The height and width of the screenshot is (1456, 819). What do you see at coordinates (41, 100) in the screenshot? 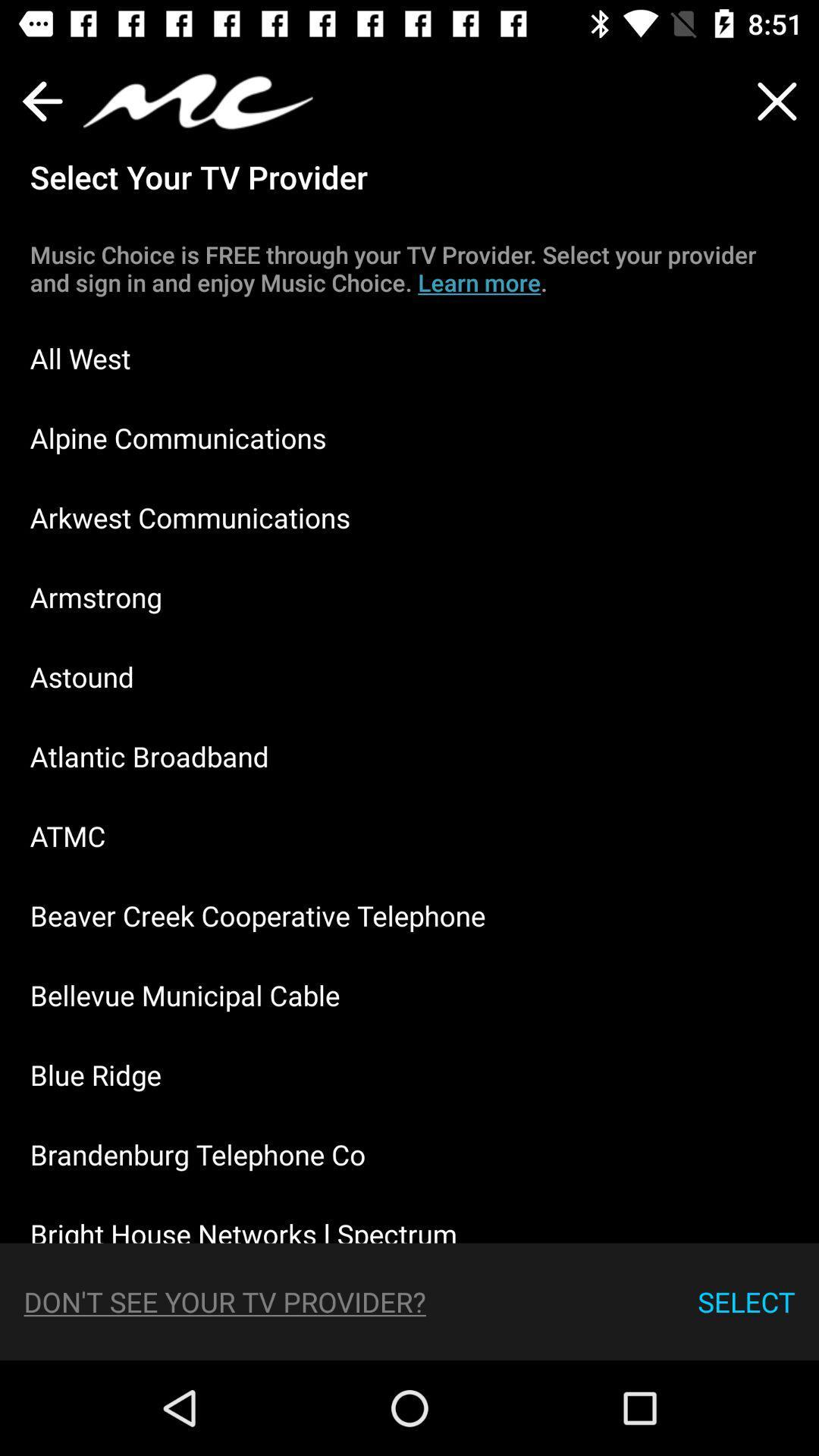
I see `the arrow_backward icon` at bounding box center [41, 100].